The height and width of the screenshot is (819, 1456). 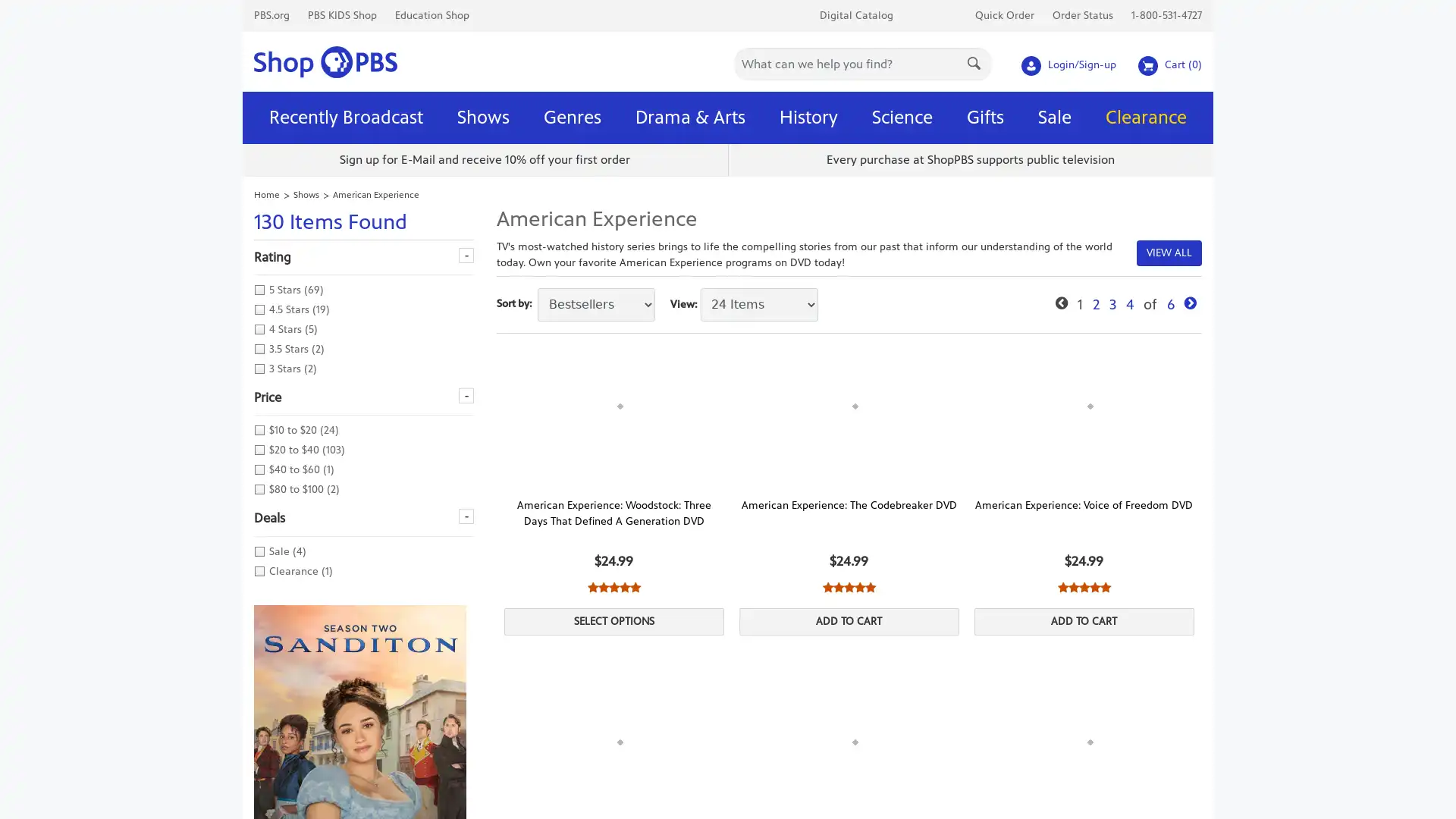 I want to click on Search Products, so click(x=975, y=61).